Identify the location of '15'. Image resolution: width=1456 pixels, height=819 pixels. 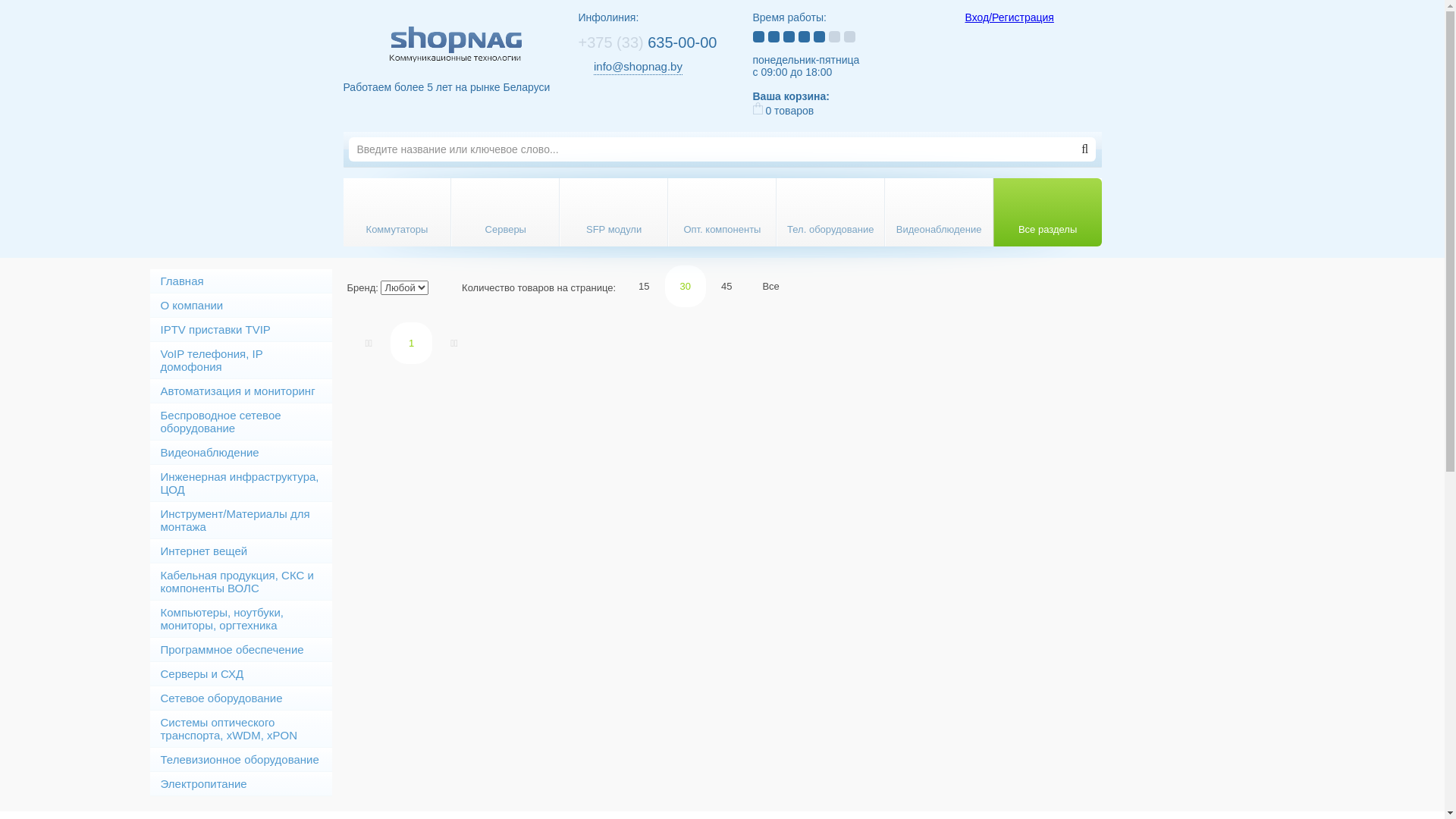
(644, 286).